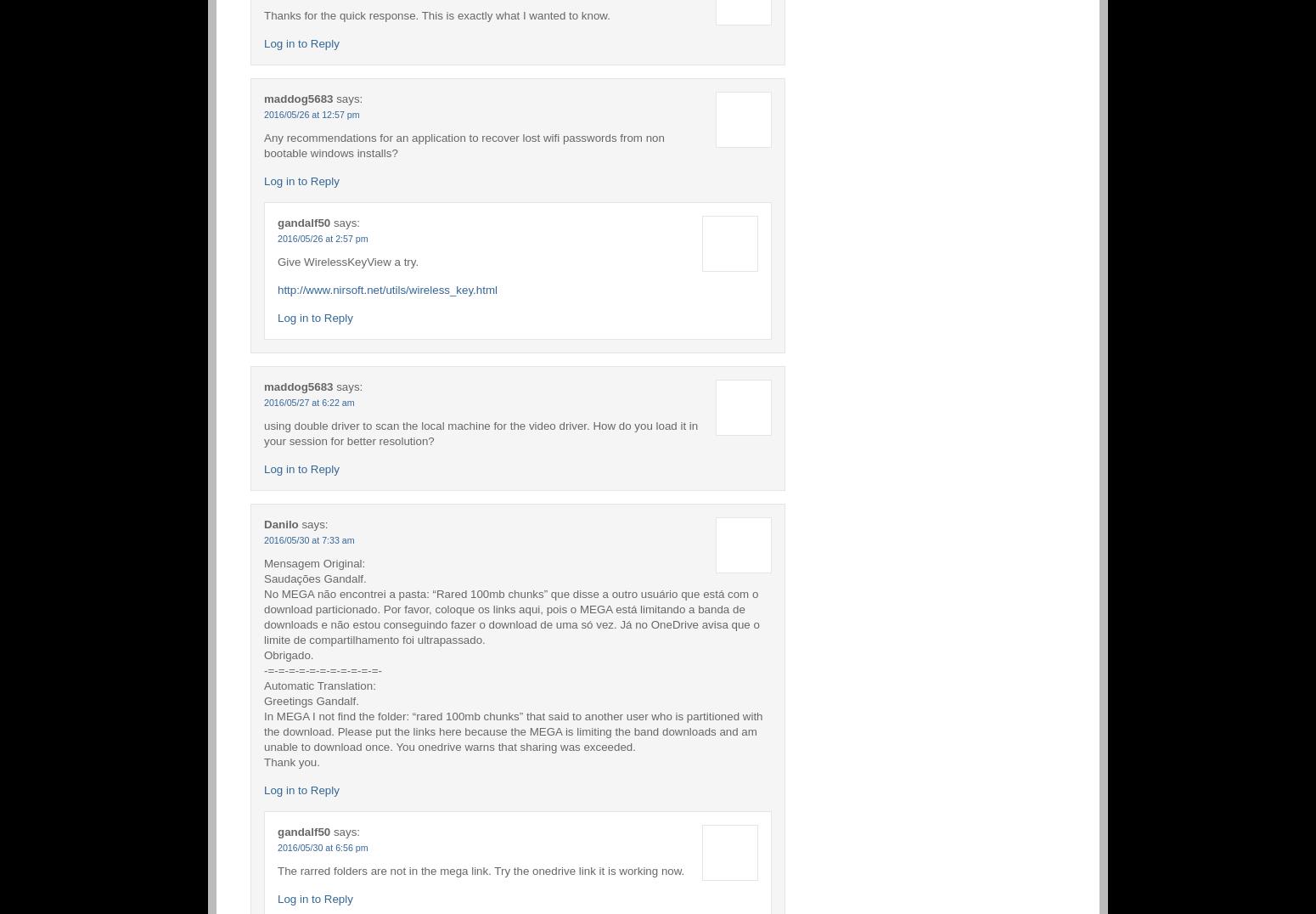 The image size is (1316, 914). What do you see at coordinates (311, 112) in the screenshot?
I see `'2016/05/26 at 12:57 pm'` at bounding box center [311, 112].